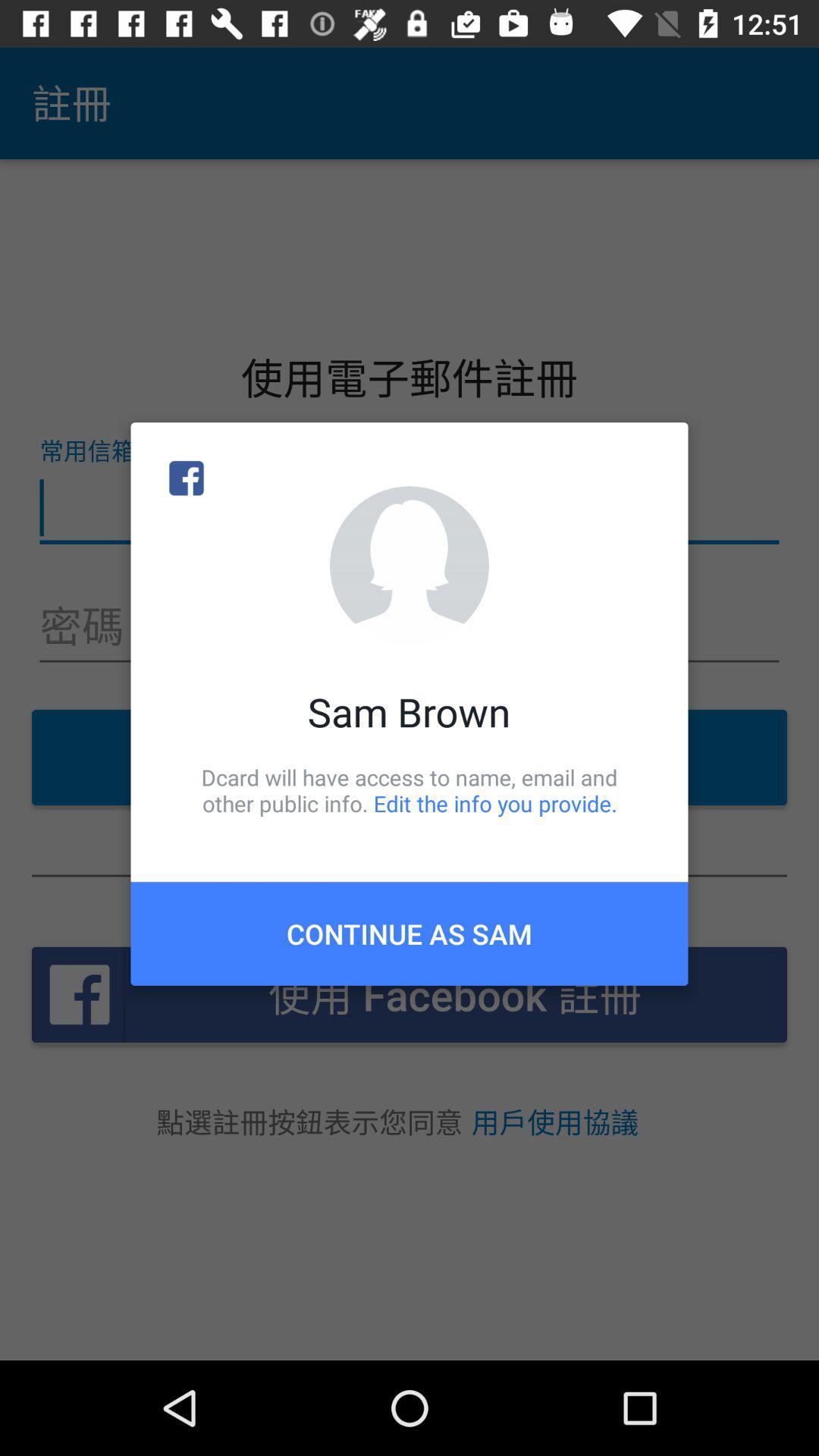 Image resolution: width=819 pixels, height=1456 pixels. Describe the element at coordinates (409, 789) in the screenshot. I see `icon above the continue as sam item` at that location.